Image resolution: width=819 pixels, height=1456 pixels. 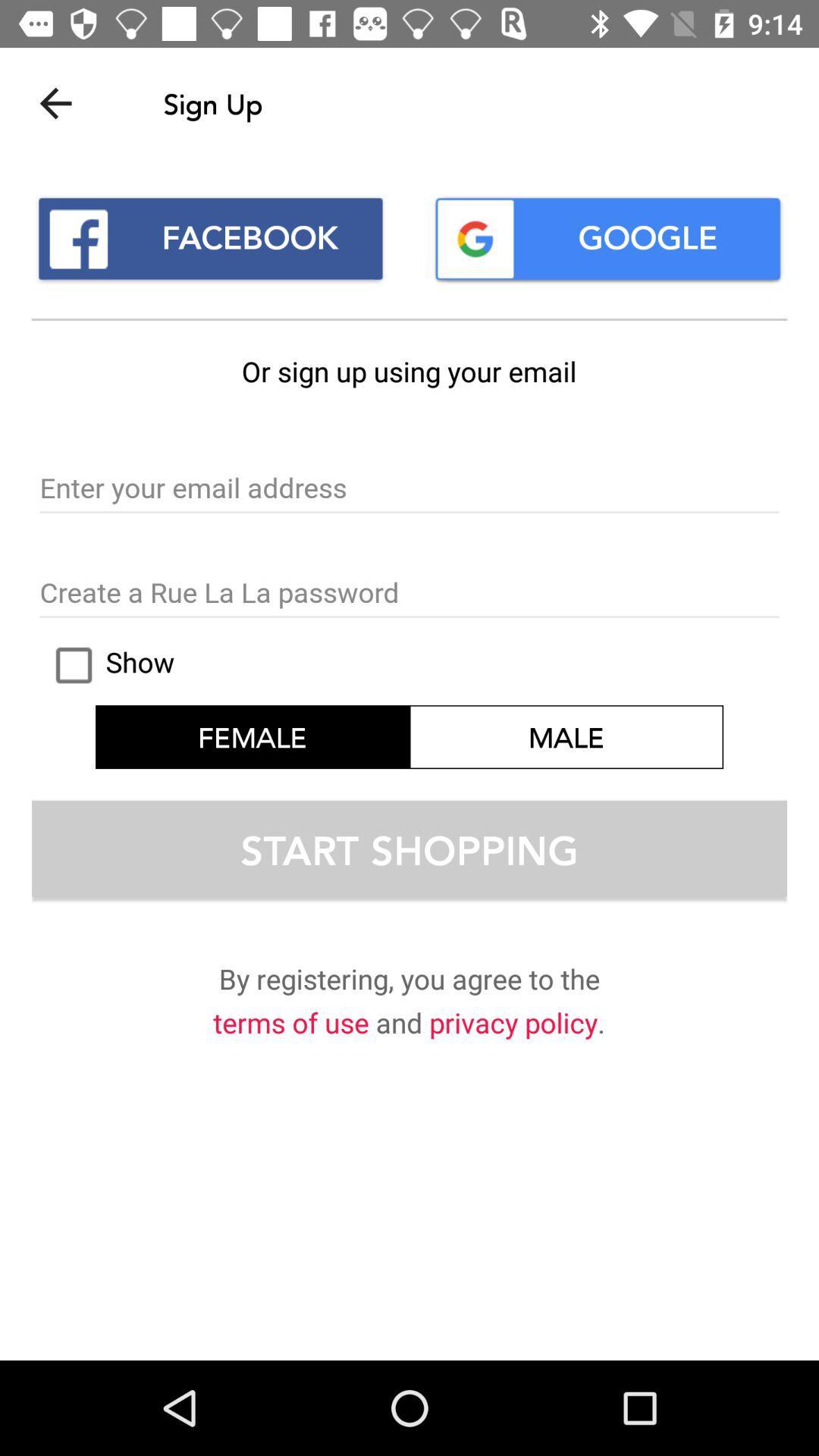 I want to click on icon next to male item, so click(x=107, y=665).